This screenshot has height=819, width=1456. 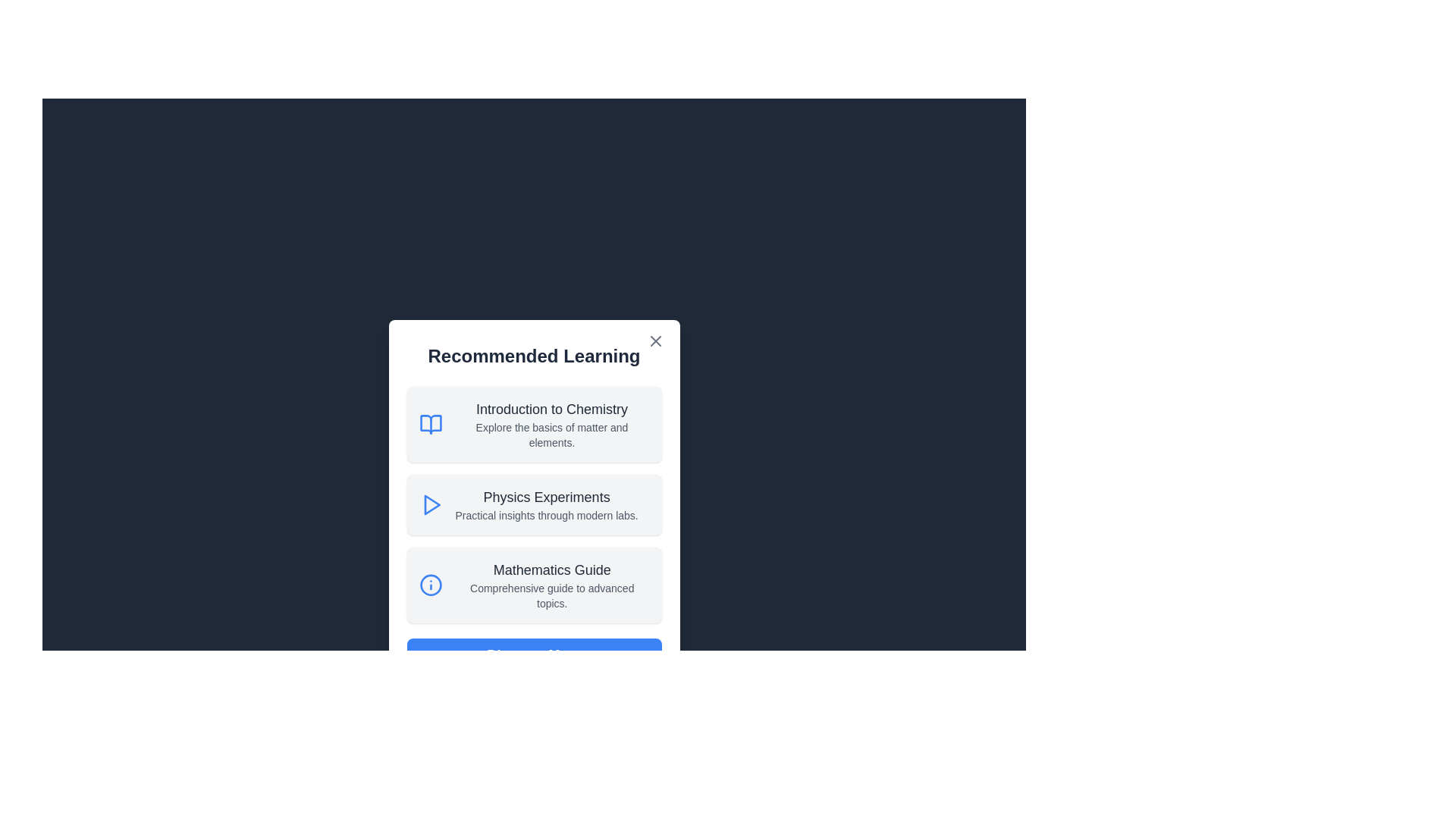 I want to click on the play button located, so click(x=430, y=505).